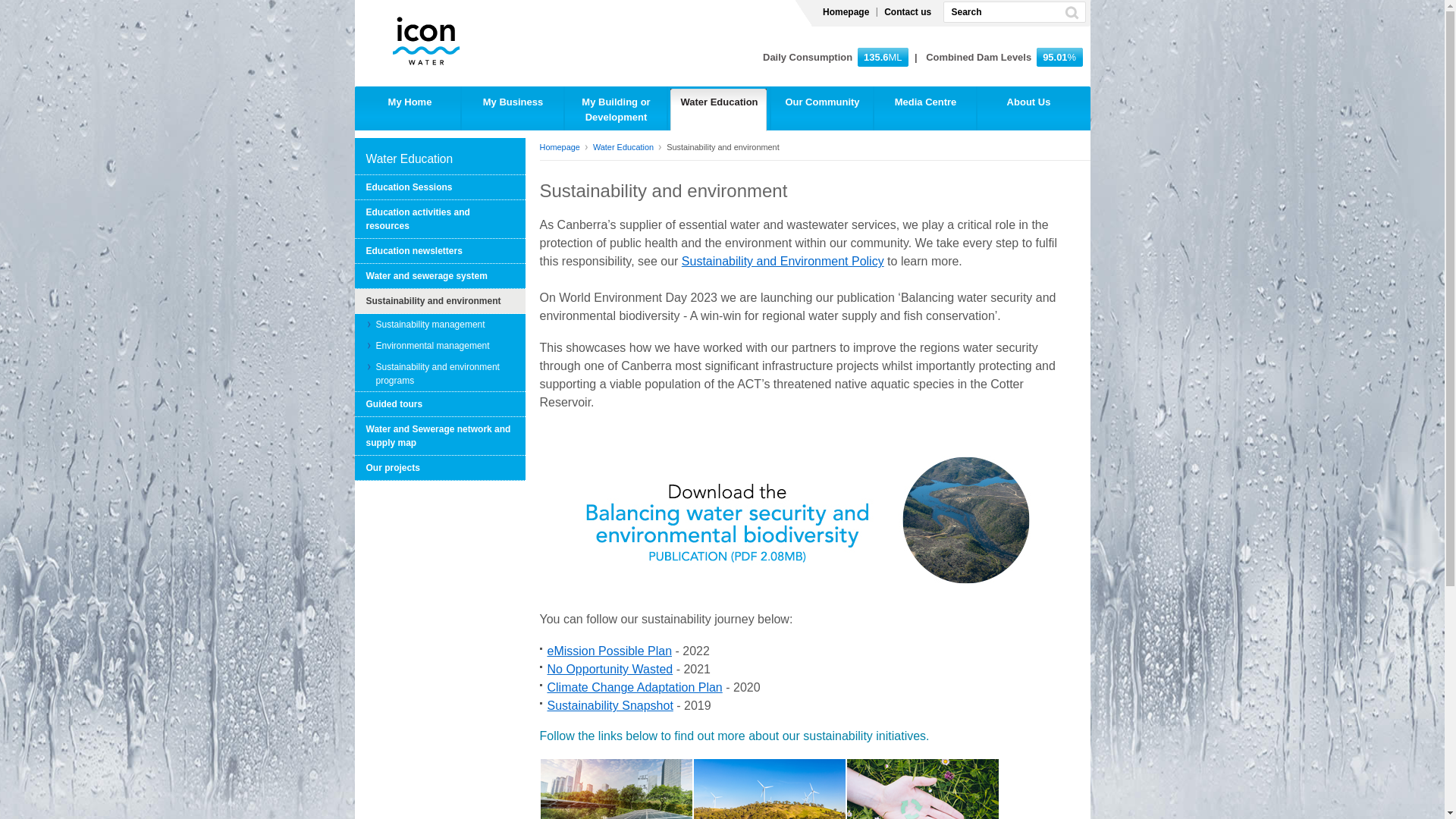 Image resolution: width=1456 pixels, height=819 pixels. What do you see at coordinates (566, 108) in the screenshot?
I see `'My Building or Development'` at bounding box center [566, 108].